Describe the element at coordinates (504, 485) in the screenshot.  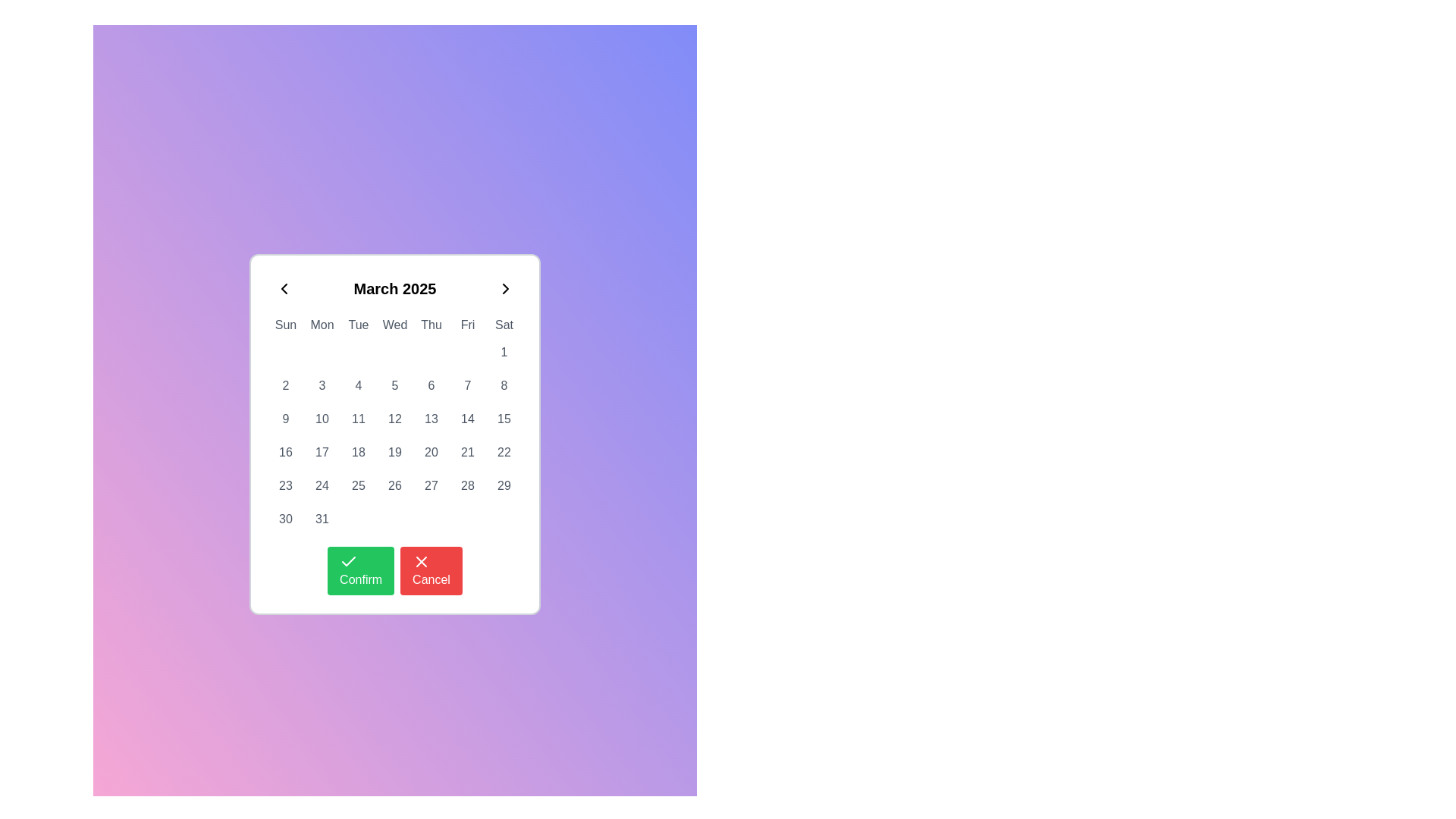
I see `the rounded rectangle calendar date cell containing the text '29'` at that location.